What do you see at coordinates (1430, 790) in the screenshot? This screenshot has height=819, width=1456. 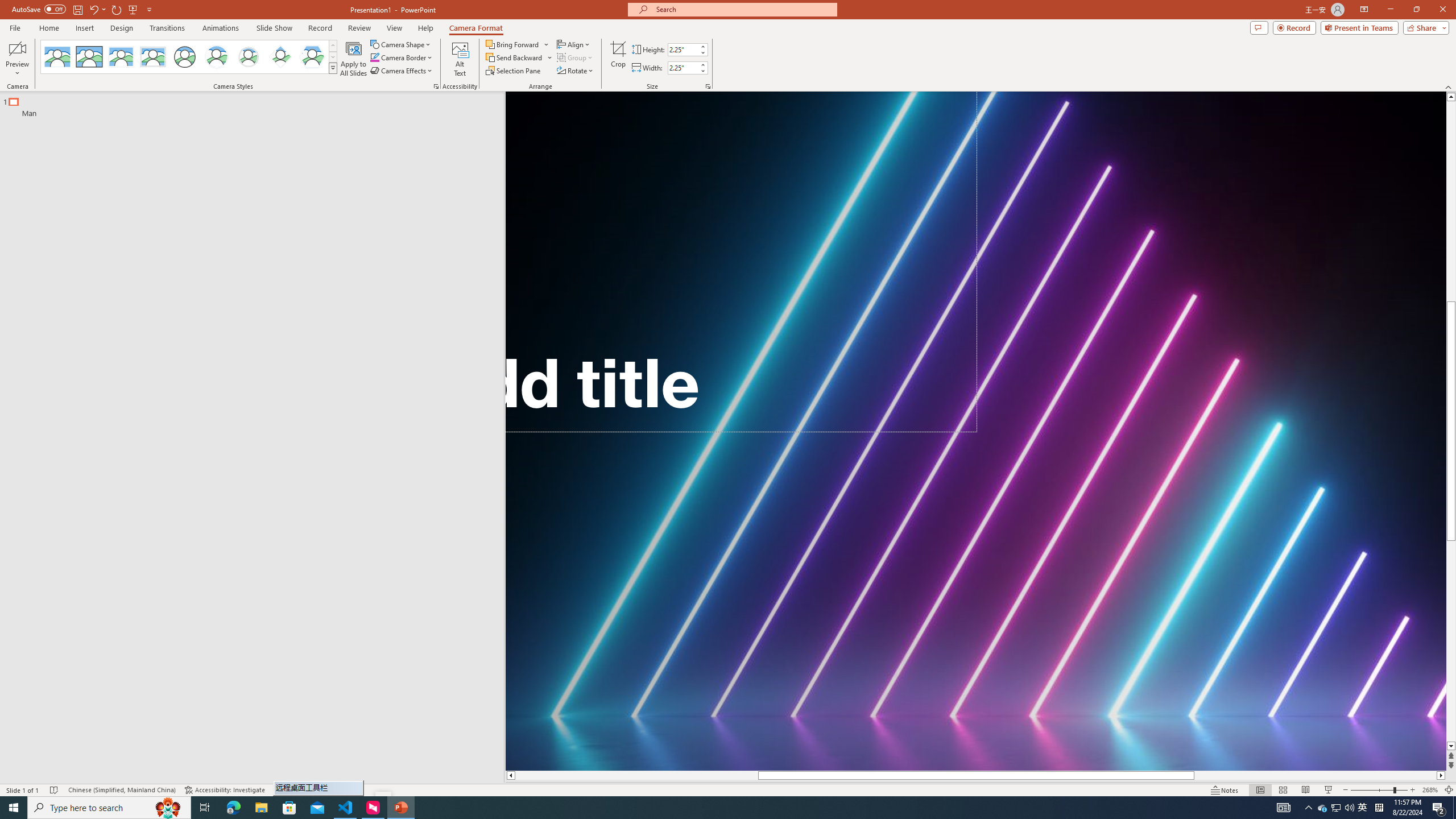 I see `'Zoom 268%'` at bounding box center [1430, 790].